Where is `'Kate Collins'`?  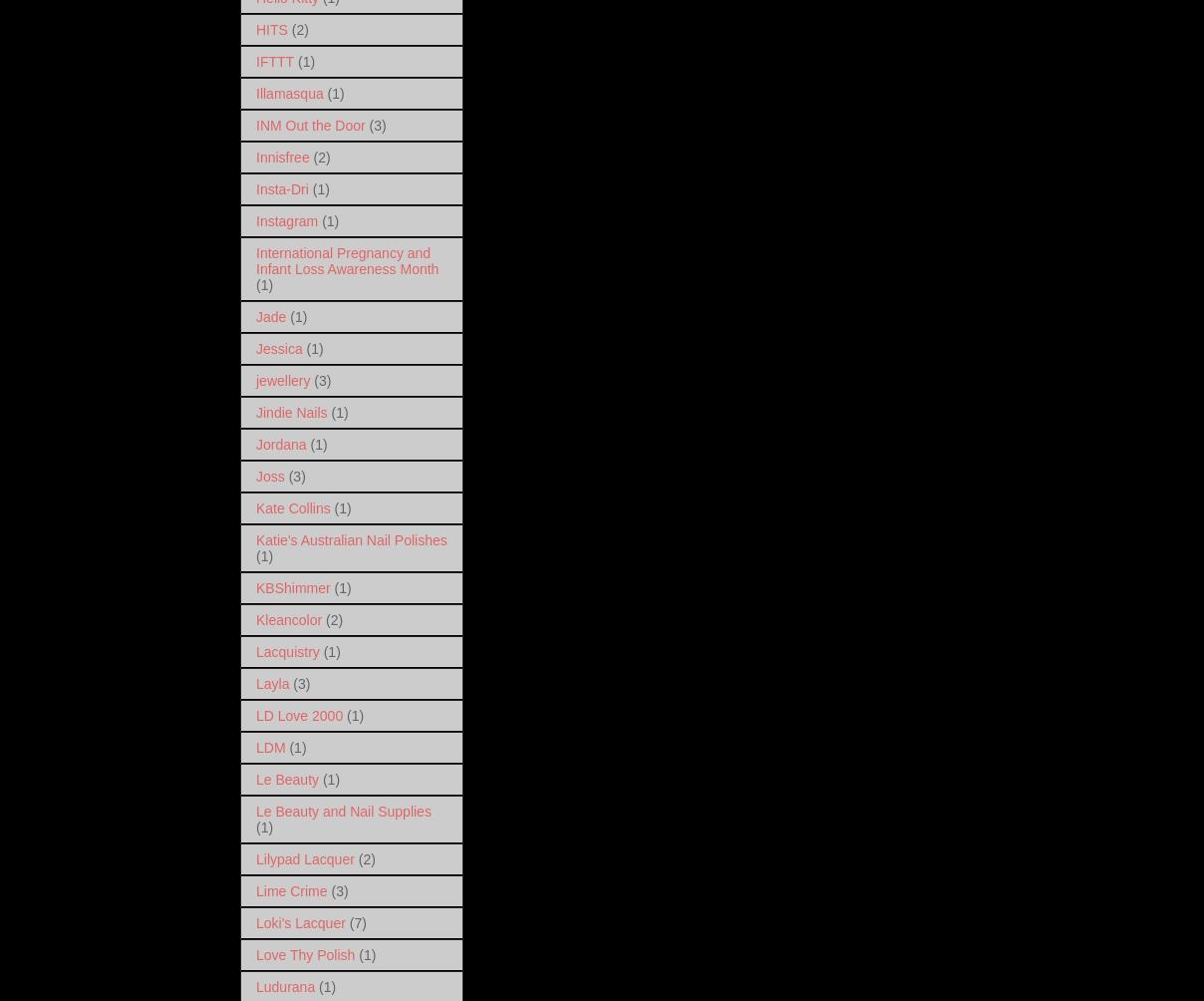 'Kate Collins' is located at coordinates (293, 507).